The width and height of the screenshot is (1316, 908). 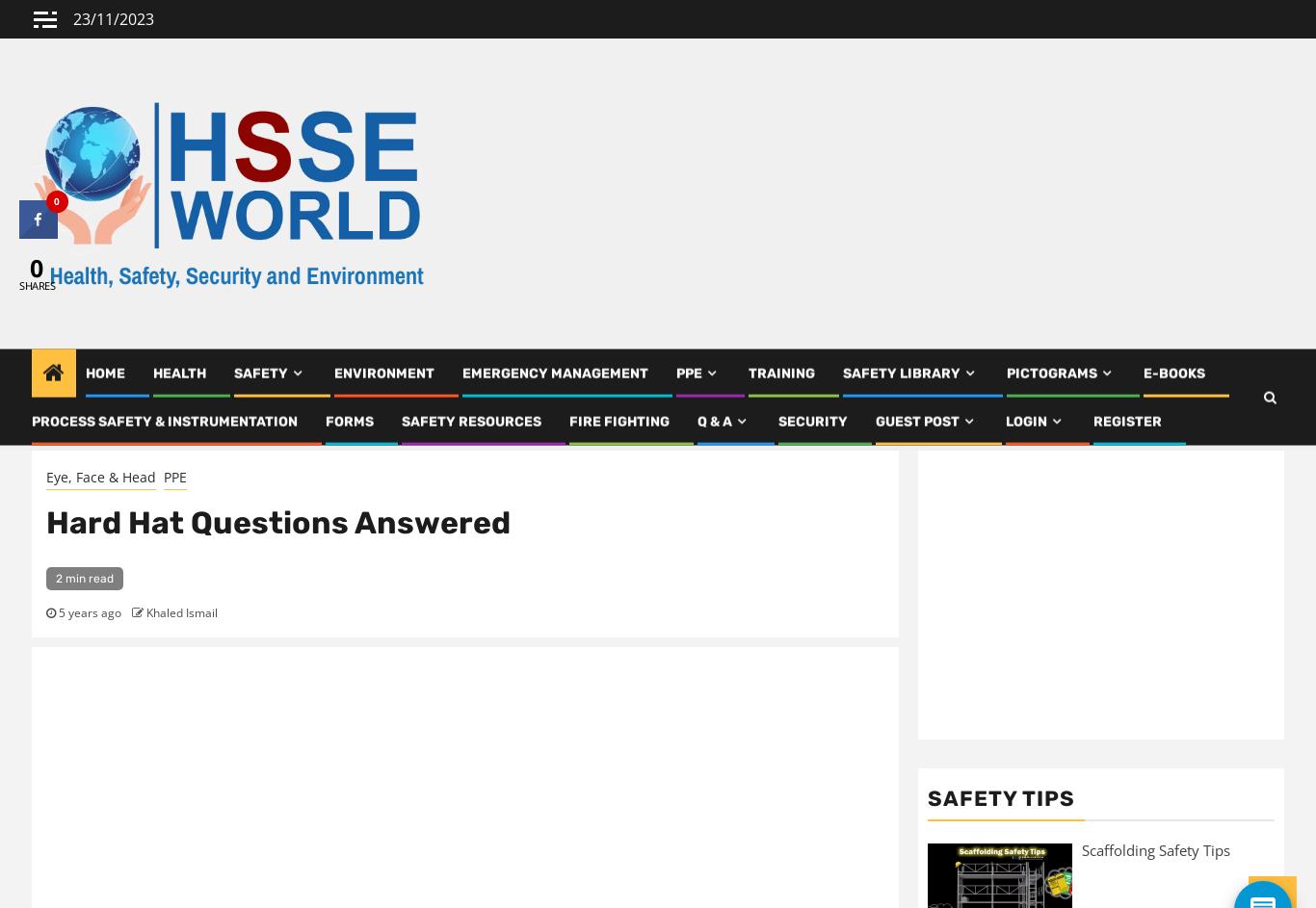 What do you see at coordinates (37, 284) in the screenshot?
I see `'Shares'` at bounding box center [37, 284].